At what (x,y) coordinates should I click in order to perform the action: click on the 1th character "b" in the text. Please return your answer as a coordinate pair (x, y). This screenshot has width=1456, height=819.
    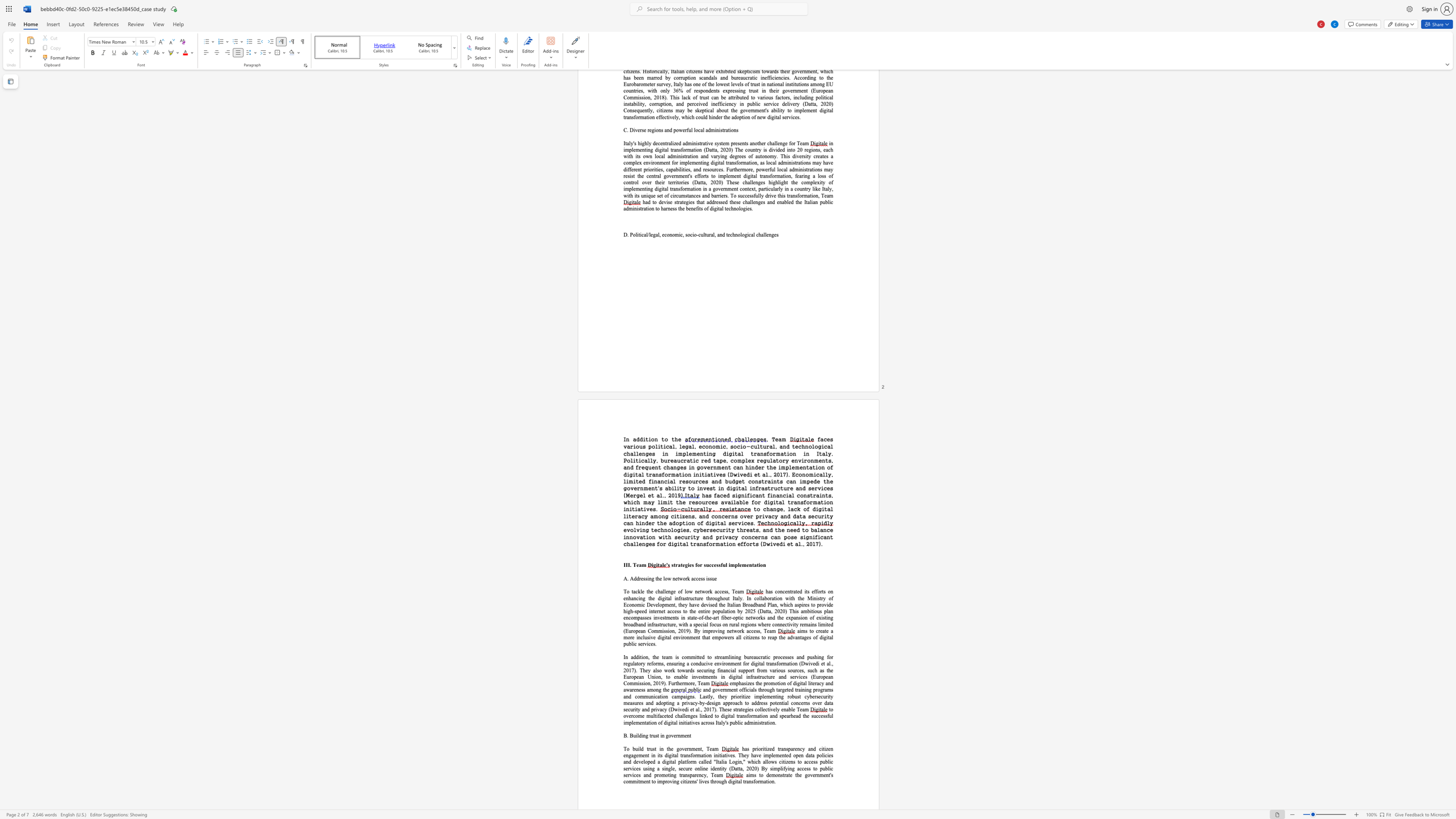
    Looking at the image, I should click on (633, 748).